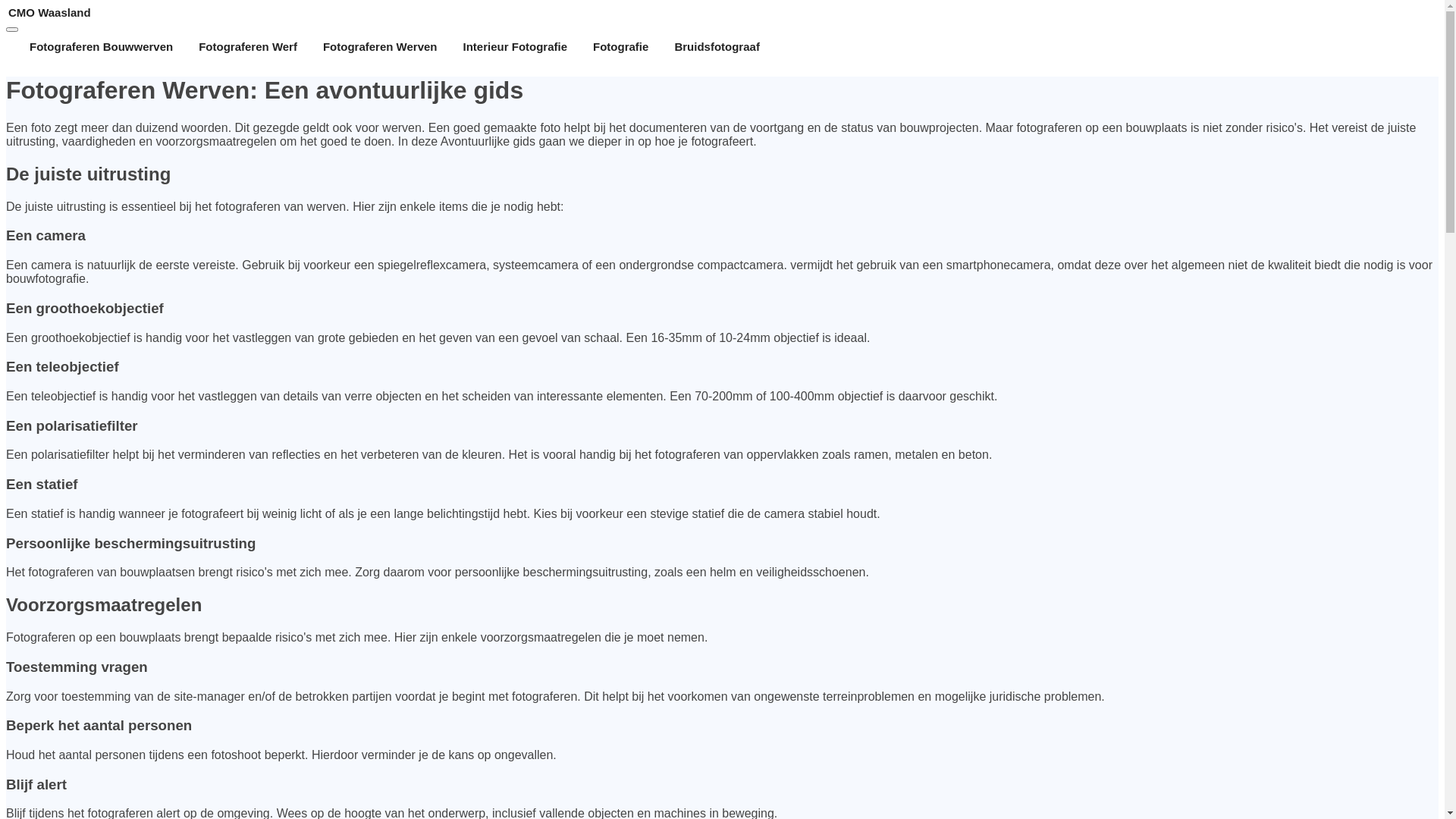 The height and width of the screenshot is (819, 1456). I want to click on 'Fotograferen Werf', so click(247, 45).